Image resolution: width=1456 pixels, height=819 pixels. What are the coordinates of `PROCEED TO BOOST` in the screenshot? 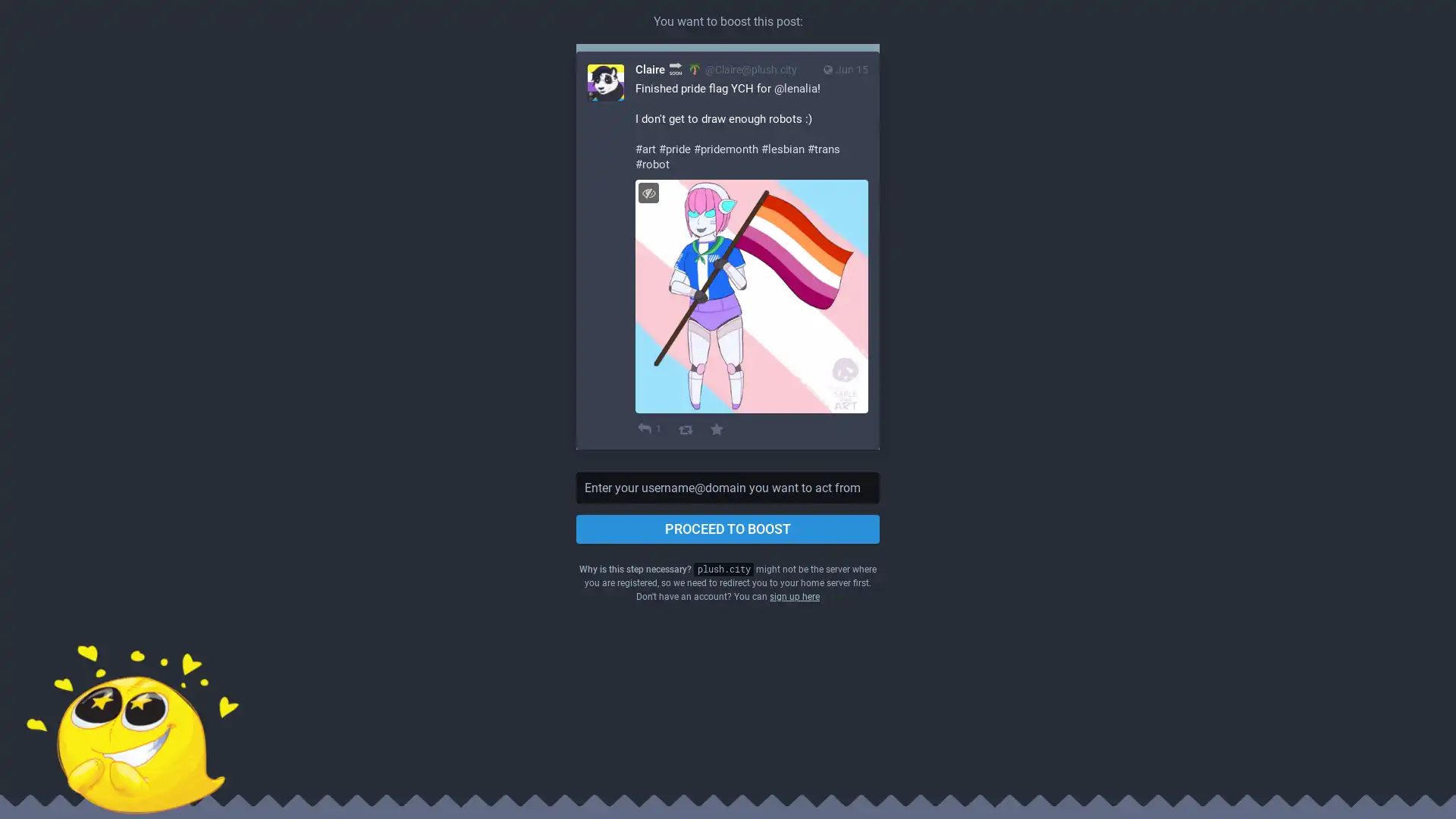 It's located at (728, 528).